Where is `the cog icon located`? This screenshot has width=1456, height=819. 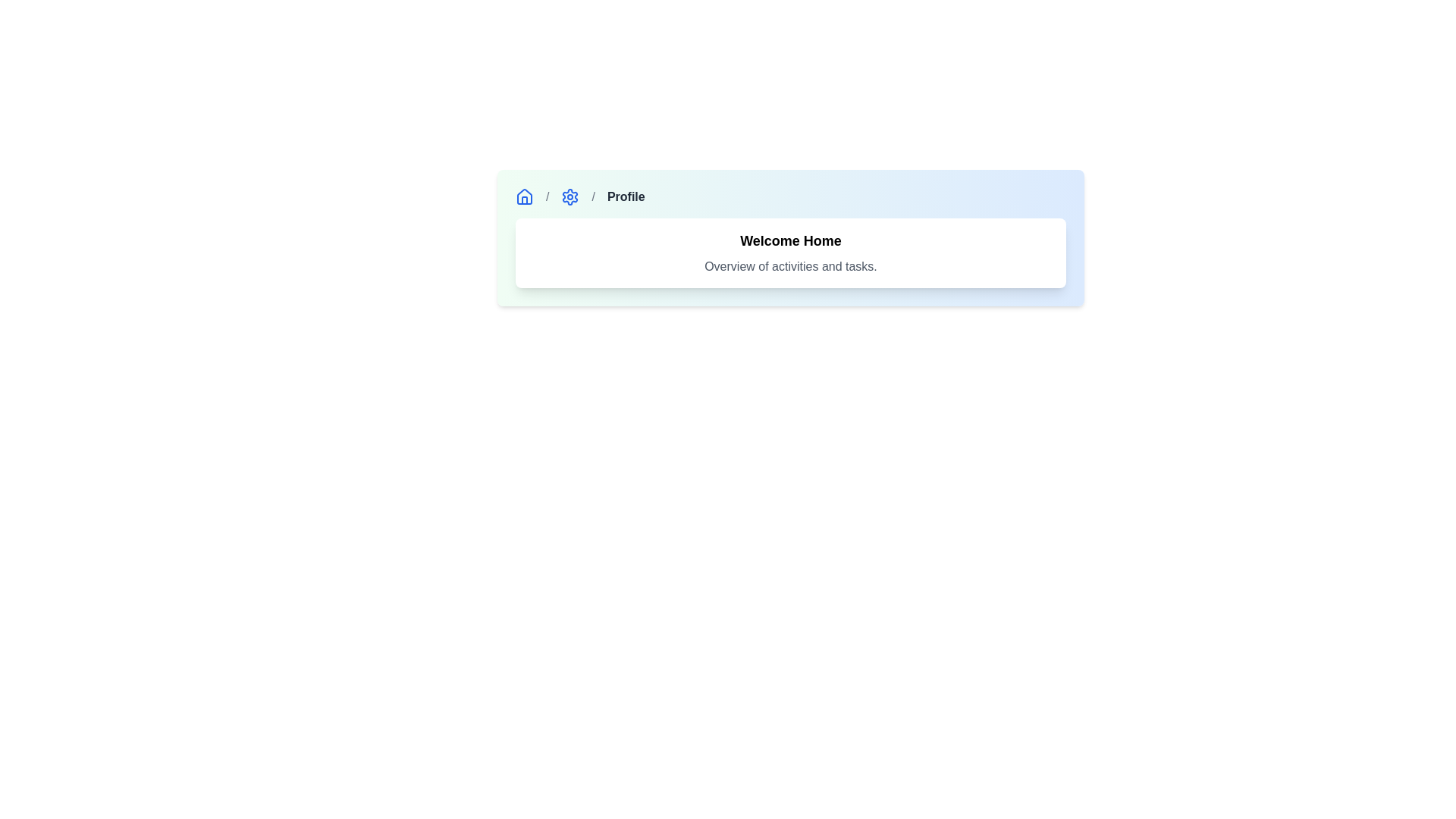
the cog icon located is located at coordinates (570, 196).